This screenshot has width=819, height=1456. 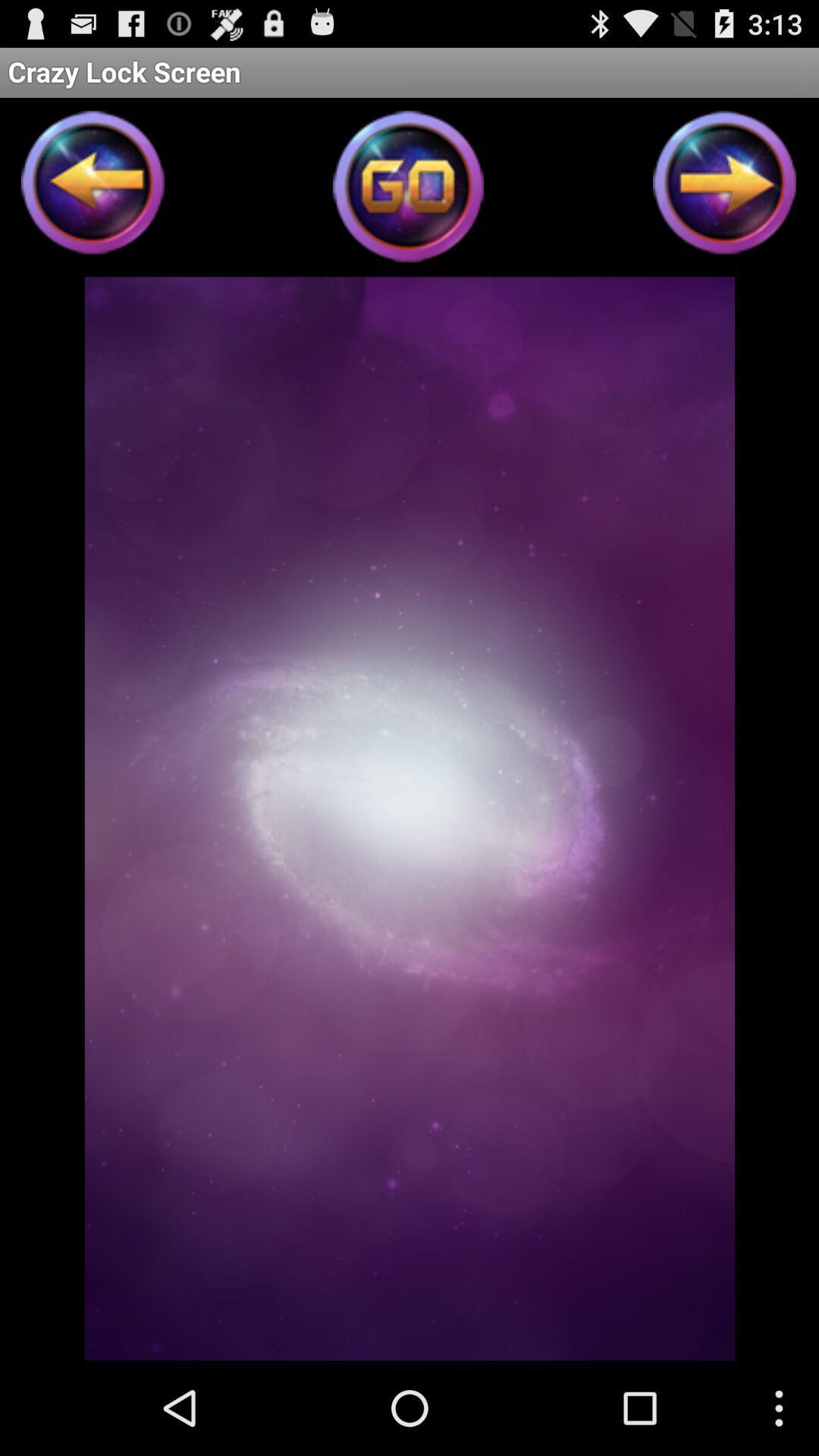 I want to click on icon at the center, so click(x=409, y=817).